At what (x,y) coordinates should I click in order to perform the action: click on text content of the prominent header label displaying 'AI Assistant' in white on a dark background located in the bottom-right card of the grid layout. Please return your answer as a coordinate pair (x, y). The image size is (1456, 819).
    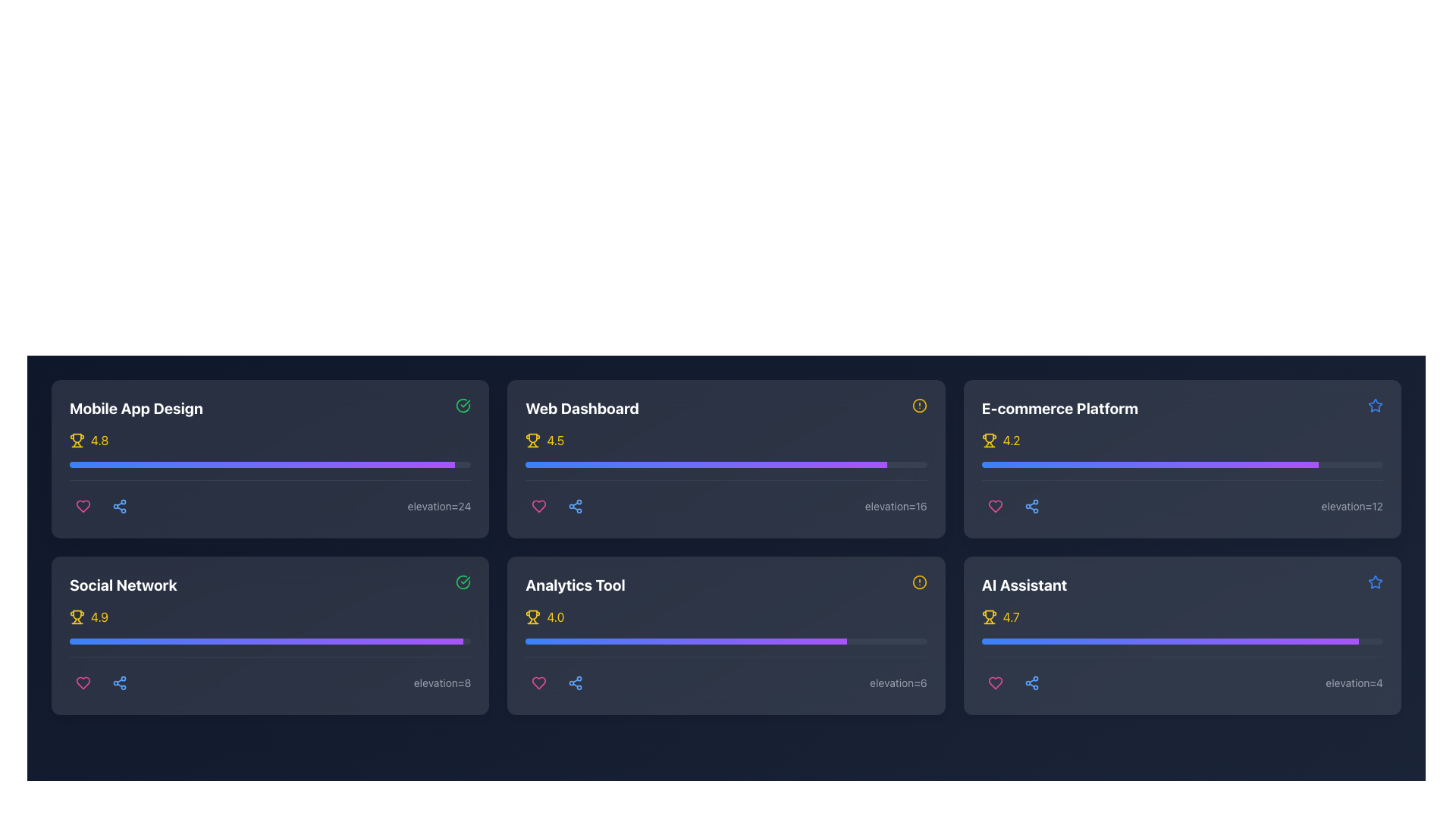
    Looking at the image, I should click on (1025, 584).